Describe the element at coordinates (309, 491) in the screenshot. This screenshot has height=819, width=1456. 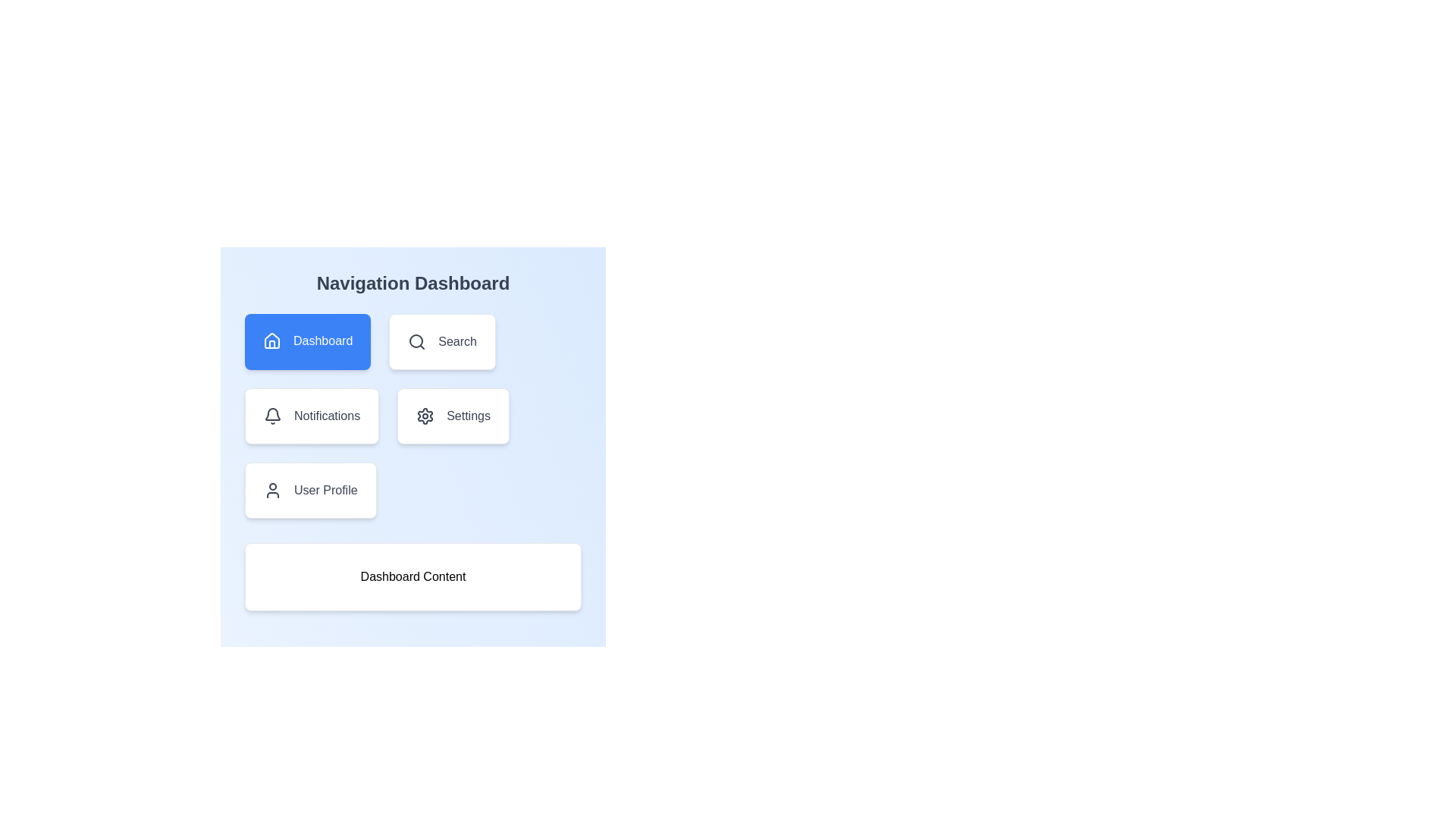
I see `the 'User Profile' button located near the bottom-left corner of the 'Navigation Dashboard', which features a user profile icon and textual label aligned horizontally` at that location.